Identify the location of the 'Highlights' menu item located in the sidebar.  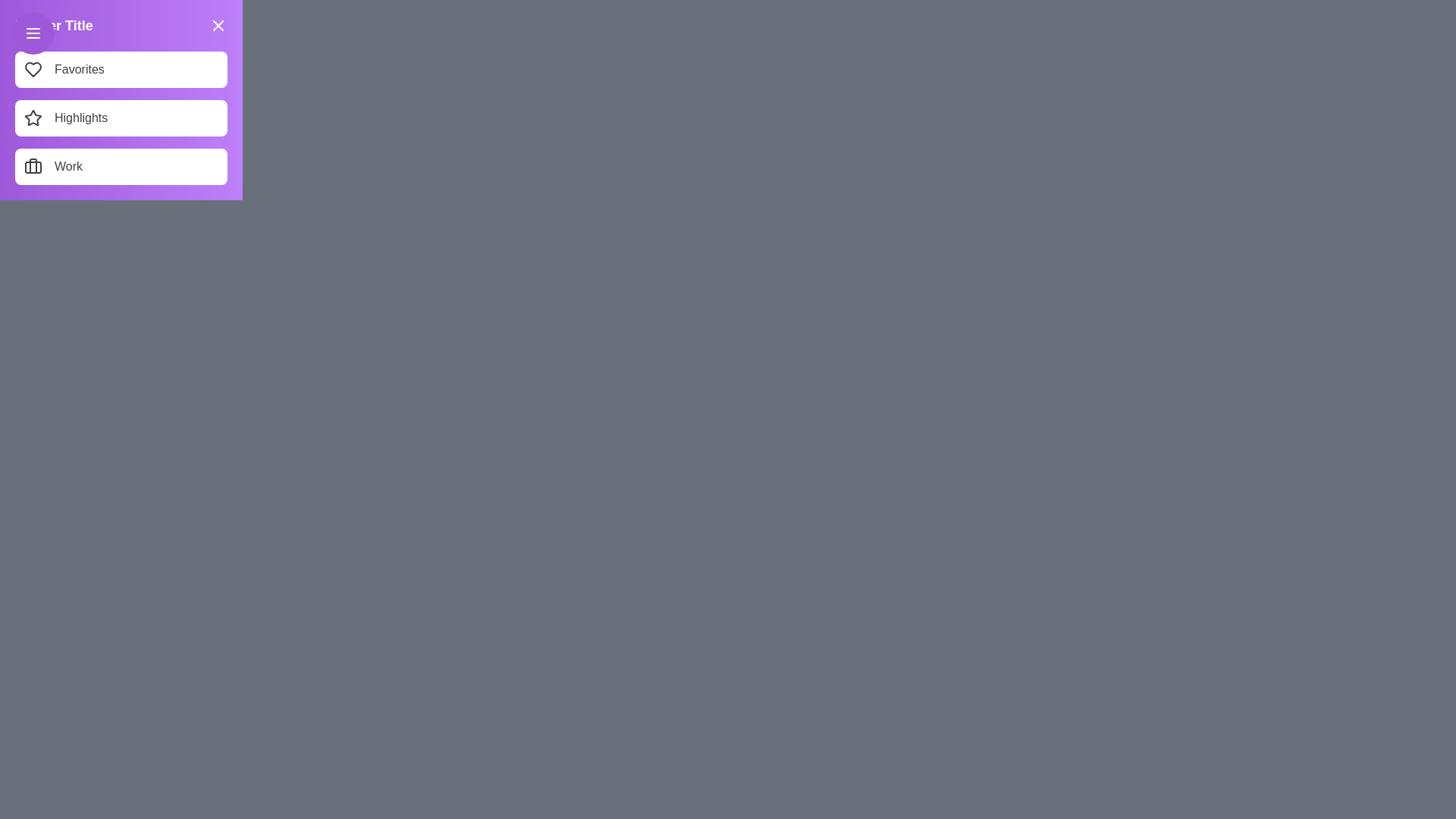
(120, 117).